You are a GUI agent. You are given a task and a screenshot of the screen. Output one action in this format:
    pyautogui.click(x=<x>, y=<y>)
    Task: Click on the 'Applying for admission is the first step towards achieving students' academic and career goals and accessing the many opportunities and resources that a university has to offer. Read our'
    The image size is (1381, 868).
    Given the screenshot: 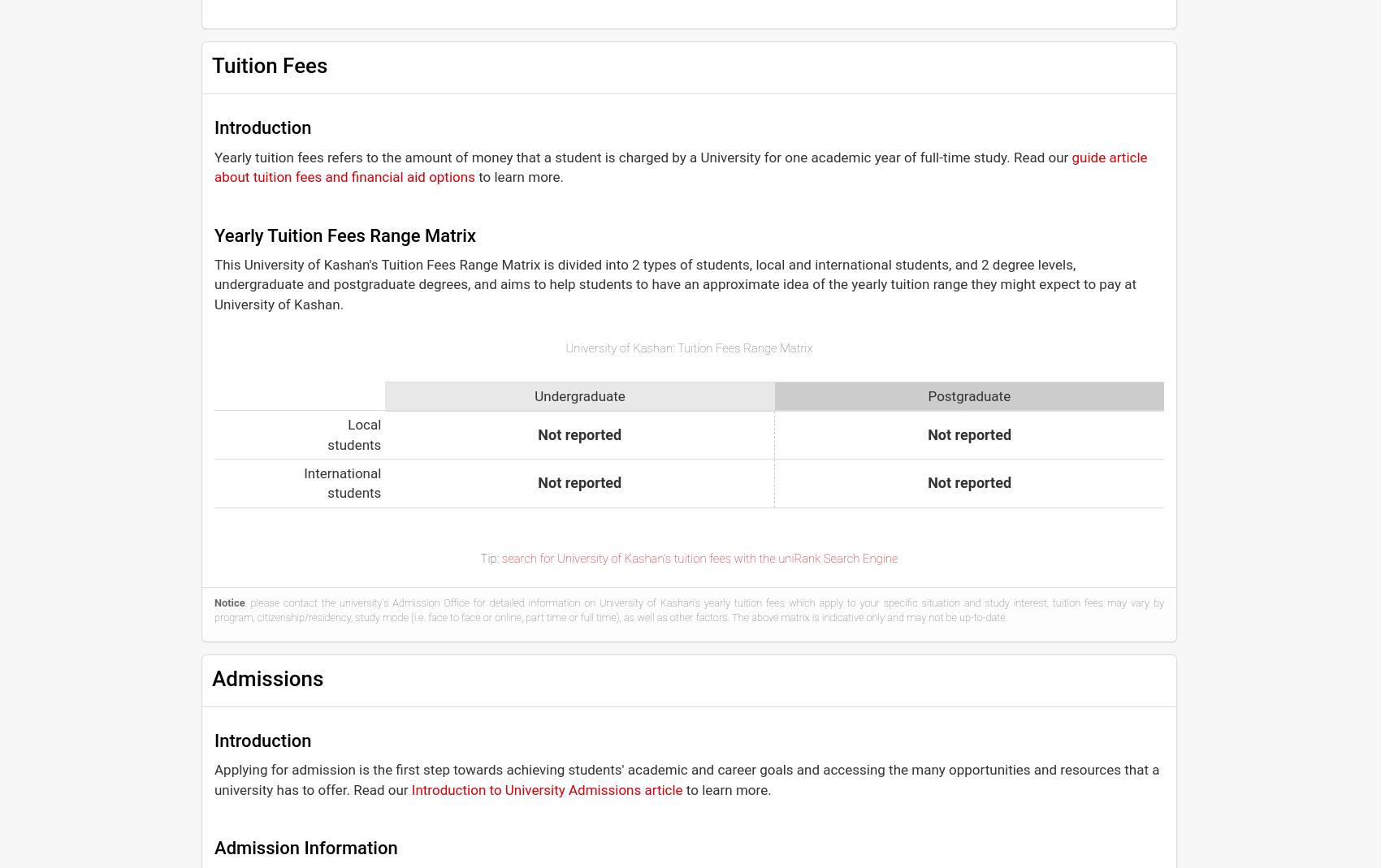 What is the action you would take?
    pyautogui.click(x=686, y=778)
    